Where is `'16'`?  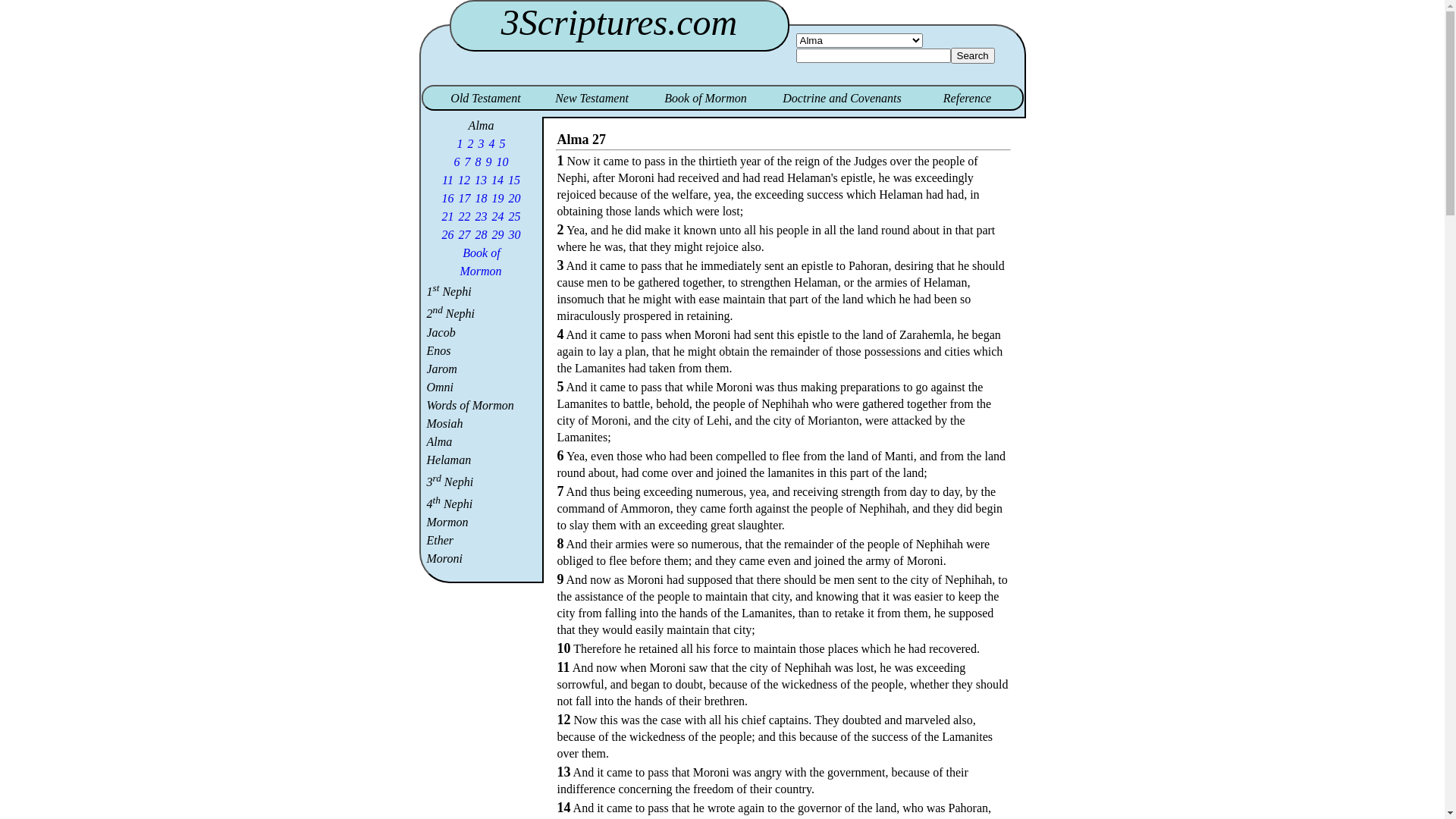 '16' is located at coordinates (440, 197).